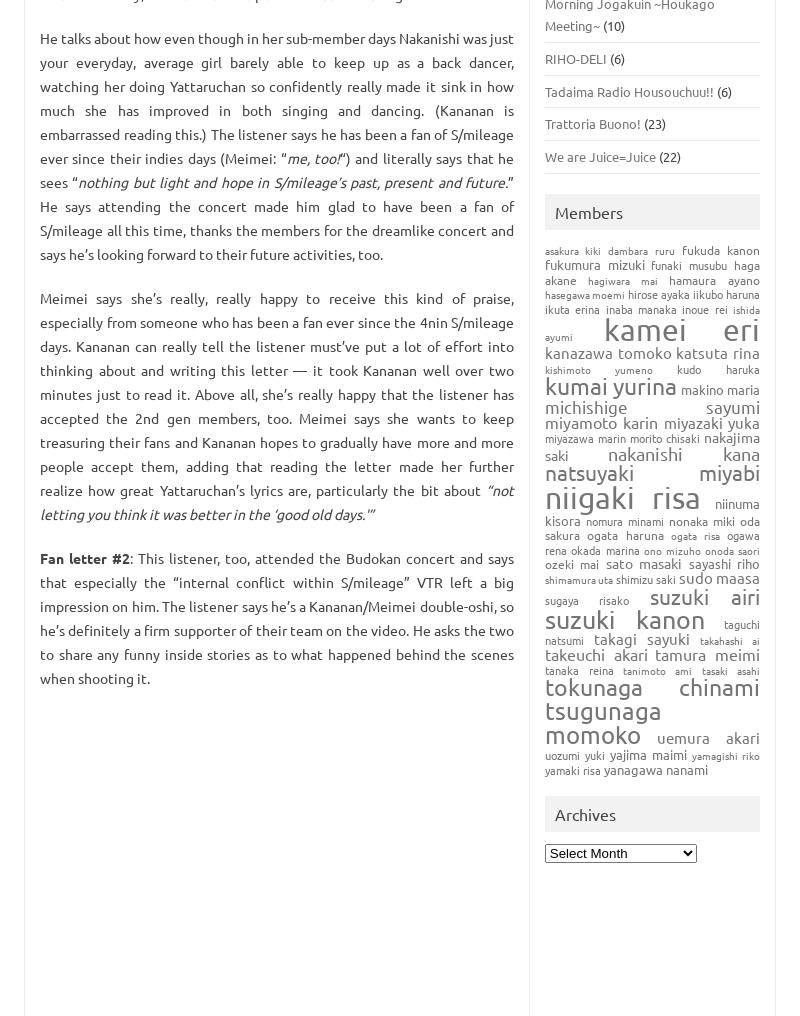 This screenshot has height=1016, width=800. Describe the element at coordinates (672, 548) in the screenshot. I see `'Ono Mizuho'` at that location.